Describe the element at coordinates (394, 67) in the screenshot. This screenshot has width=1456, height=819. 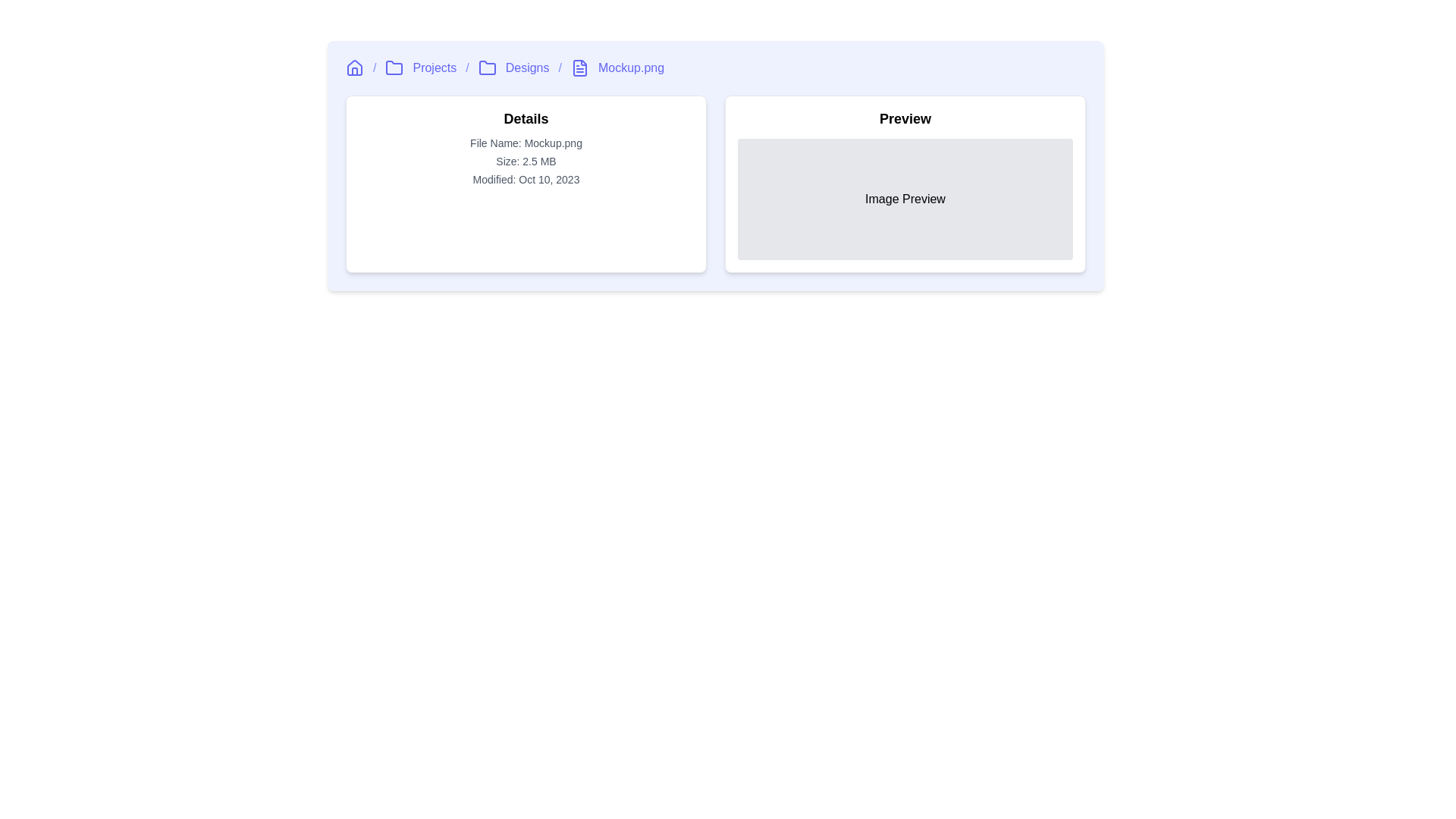
I see `the folder icon located in the breadcrumb navigation, which is the third item following a slash separator` at that location.